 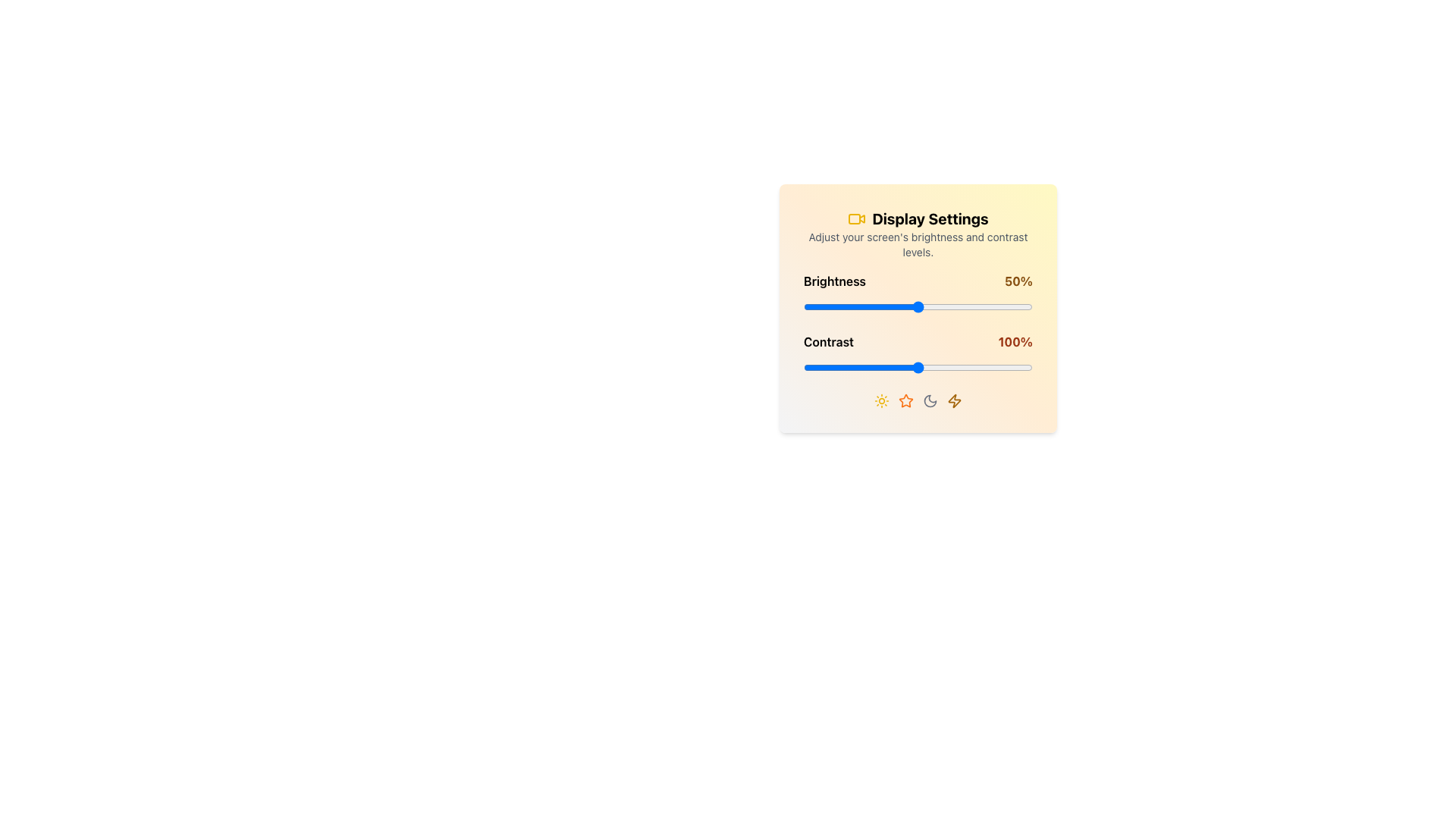 What do you see at coordinates (917, 307) in the screenshot?
I see `the horizontal brightness slider located in the settings interface, directly below the 'Brightness' label and to the left of the '50%' indicator` at bounding box center [917, 307].